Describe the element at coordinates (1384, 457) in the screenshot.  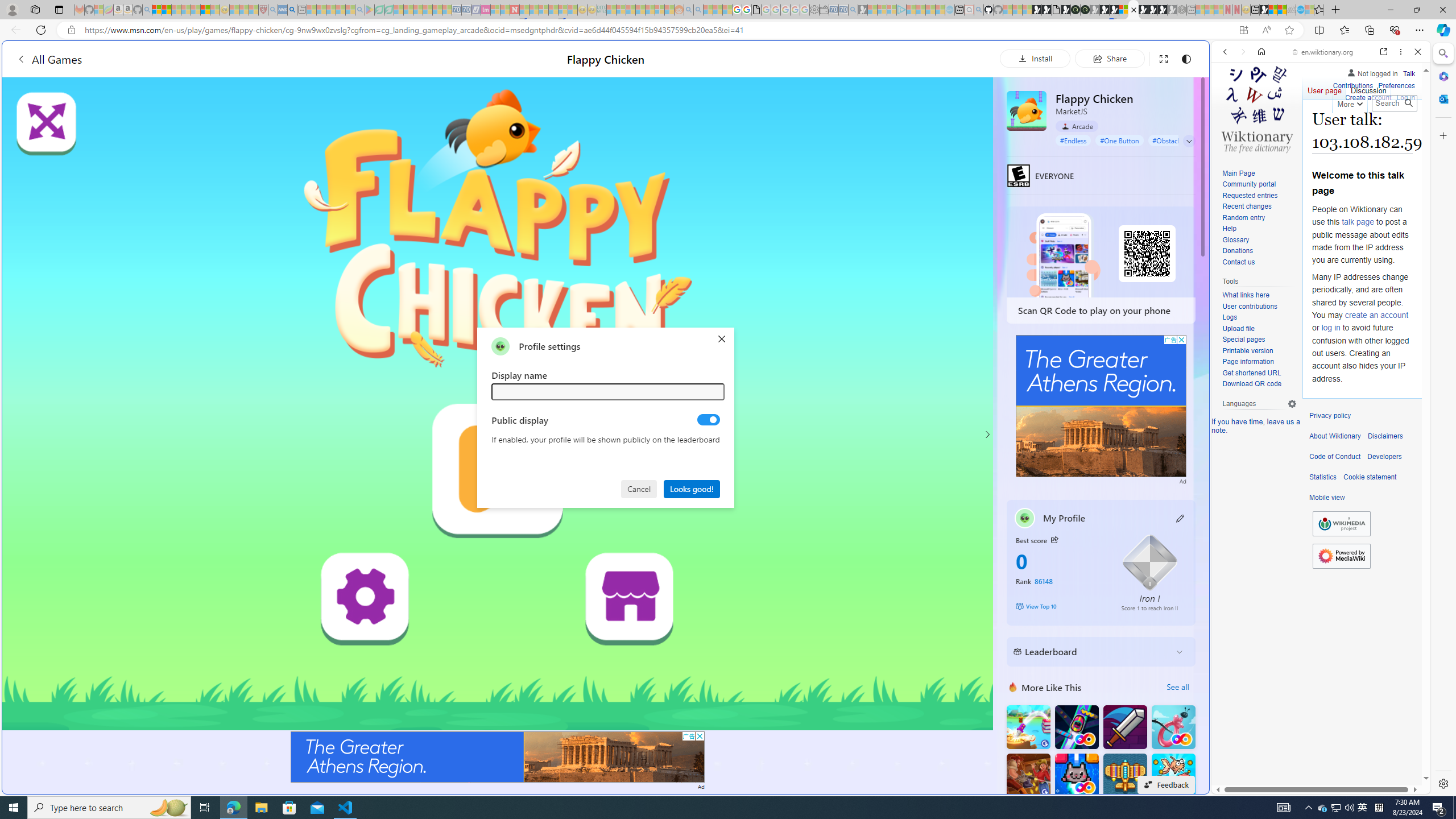
I see `'Developers'` at that location.